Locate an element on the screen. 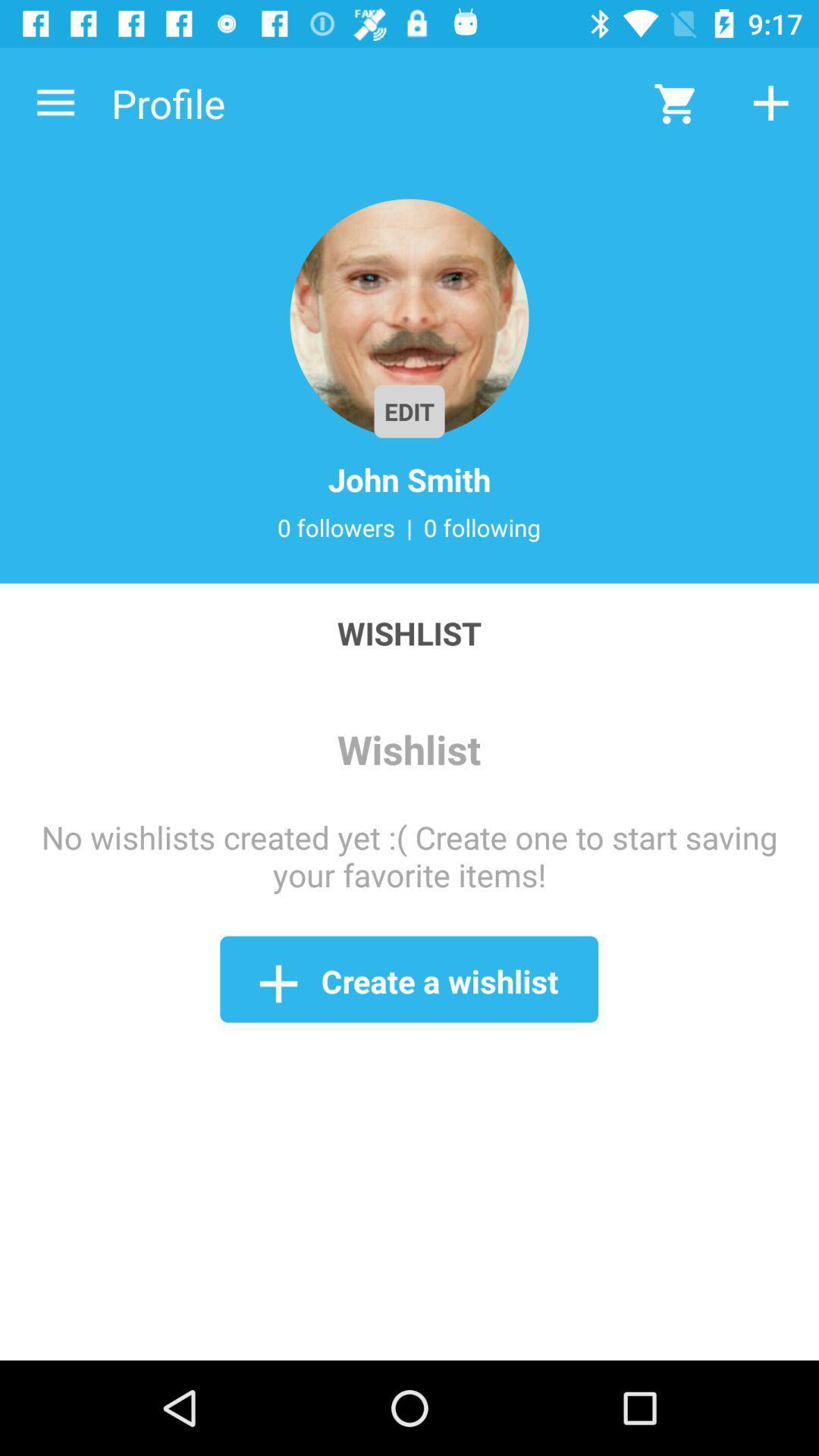 The height and width of the screenshot is (1456, 819). item above     create a wishlist is located at coordinates (409, 855).